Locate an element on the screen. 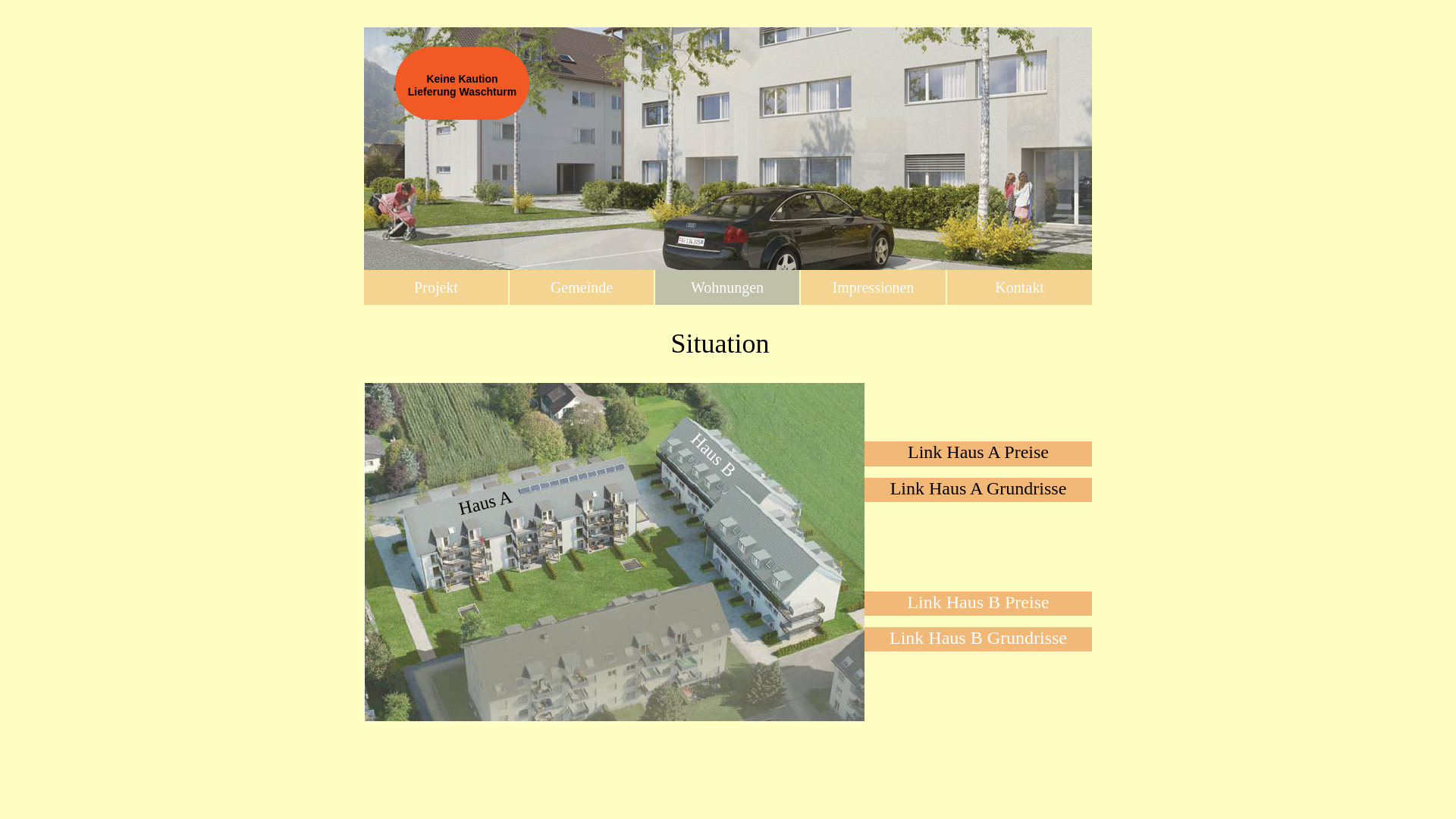 Image resolution: width=1456 pixels, height=819 pixels. 'Kontakt' is located at coordinates (1019, 287).